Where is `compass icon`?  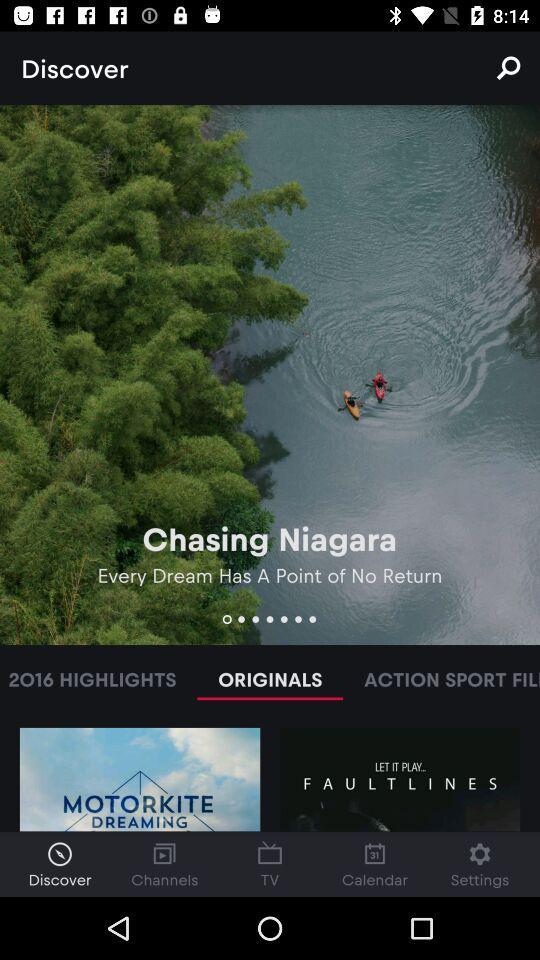 compass icon is located at coordinates (59, 853).